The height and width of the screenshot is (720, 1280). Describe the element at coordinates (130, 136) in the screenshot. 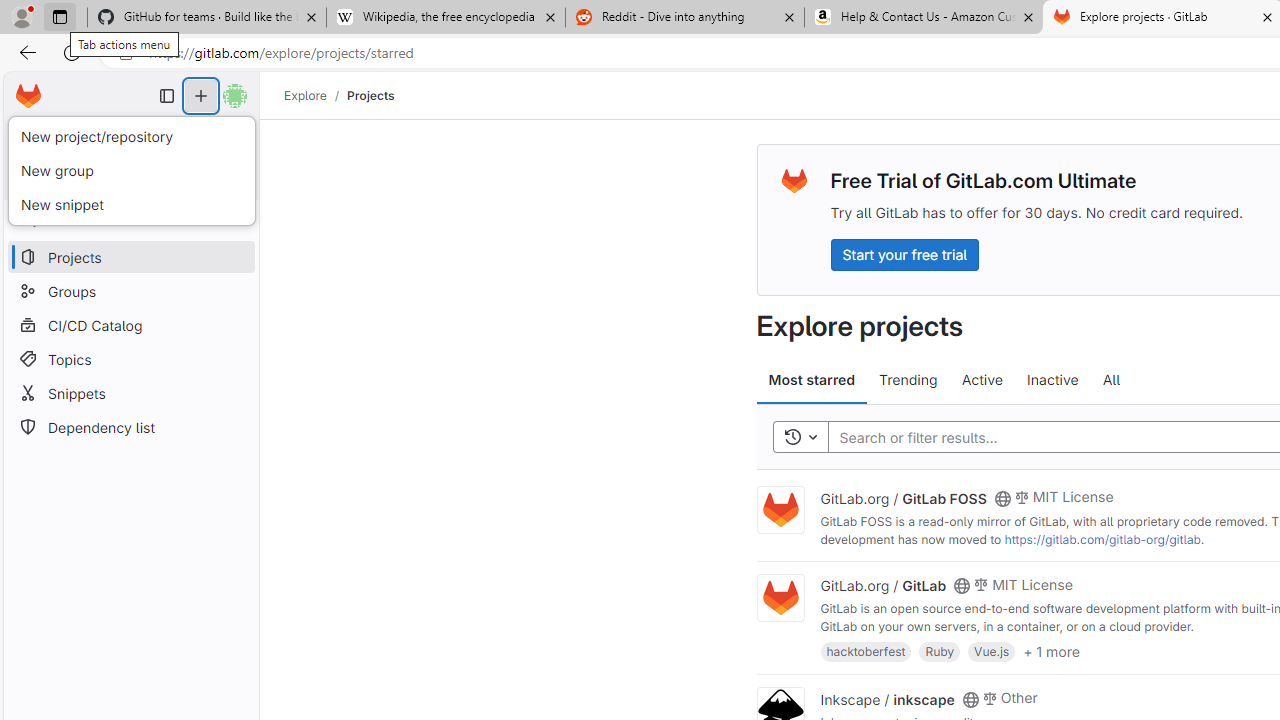

I see `'New project/repository'` at that location.